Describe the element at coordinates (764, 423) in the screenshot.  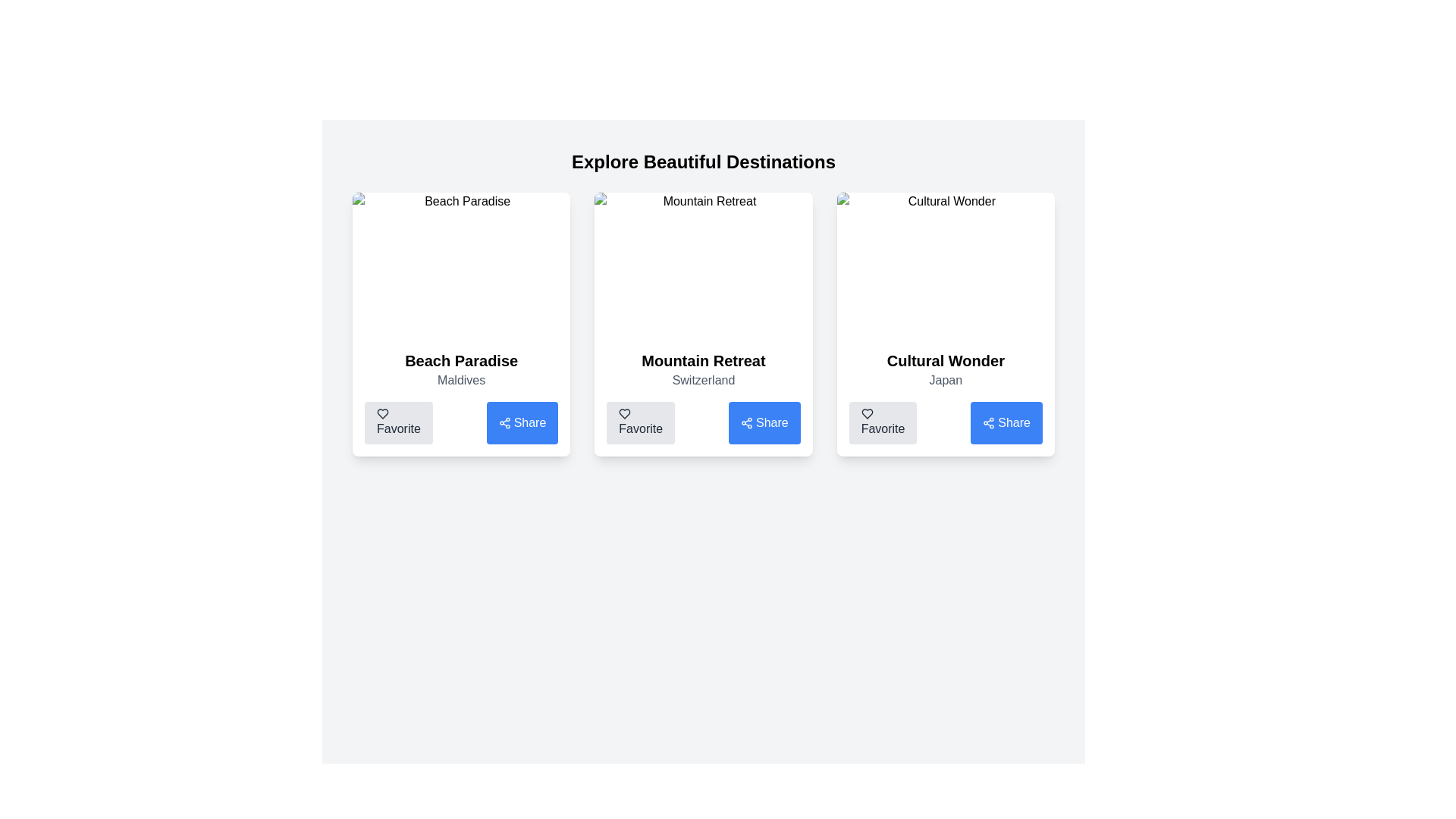
I see `the 'Share' button, which is a rectangular button with rounded corners, blue background, white text, and a share icon, located at the bottom of the second card in a grid layout` at that location.